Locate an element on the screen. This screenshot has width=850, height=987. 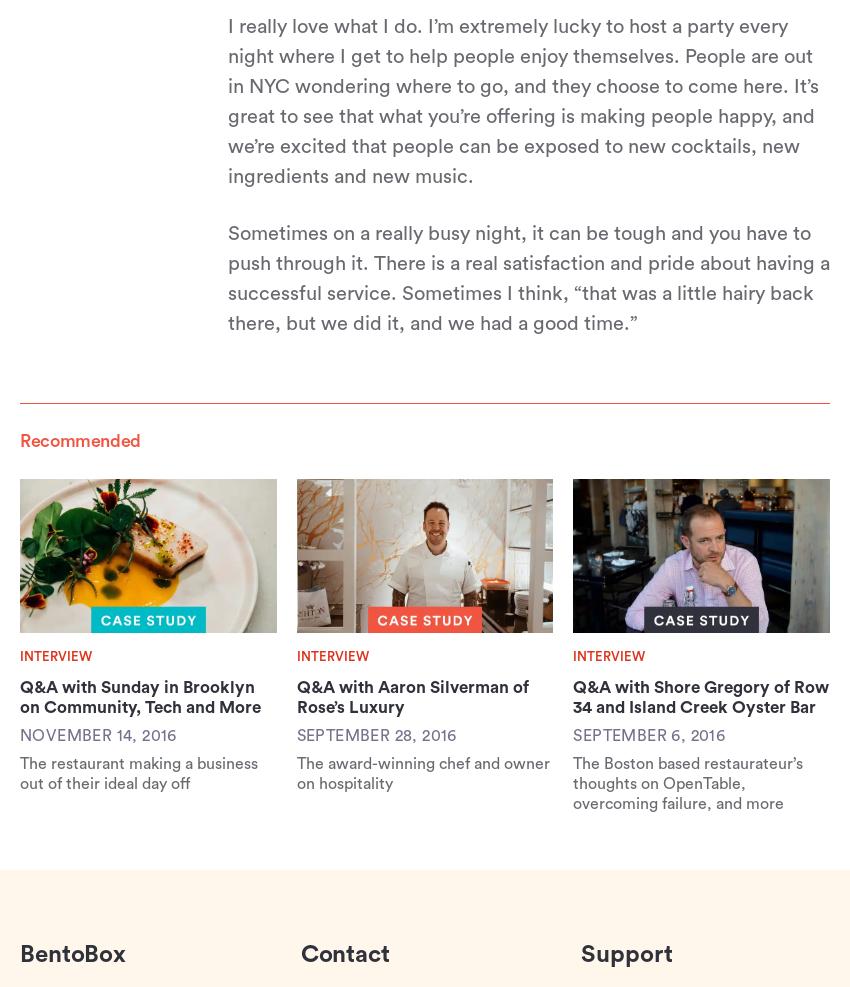
'The Boston based restaurateur’s thoughts on OpenTable, overcoming failure, and more' is located at coordinates (686, 782).